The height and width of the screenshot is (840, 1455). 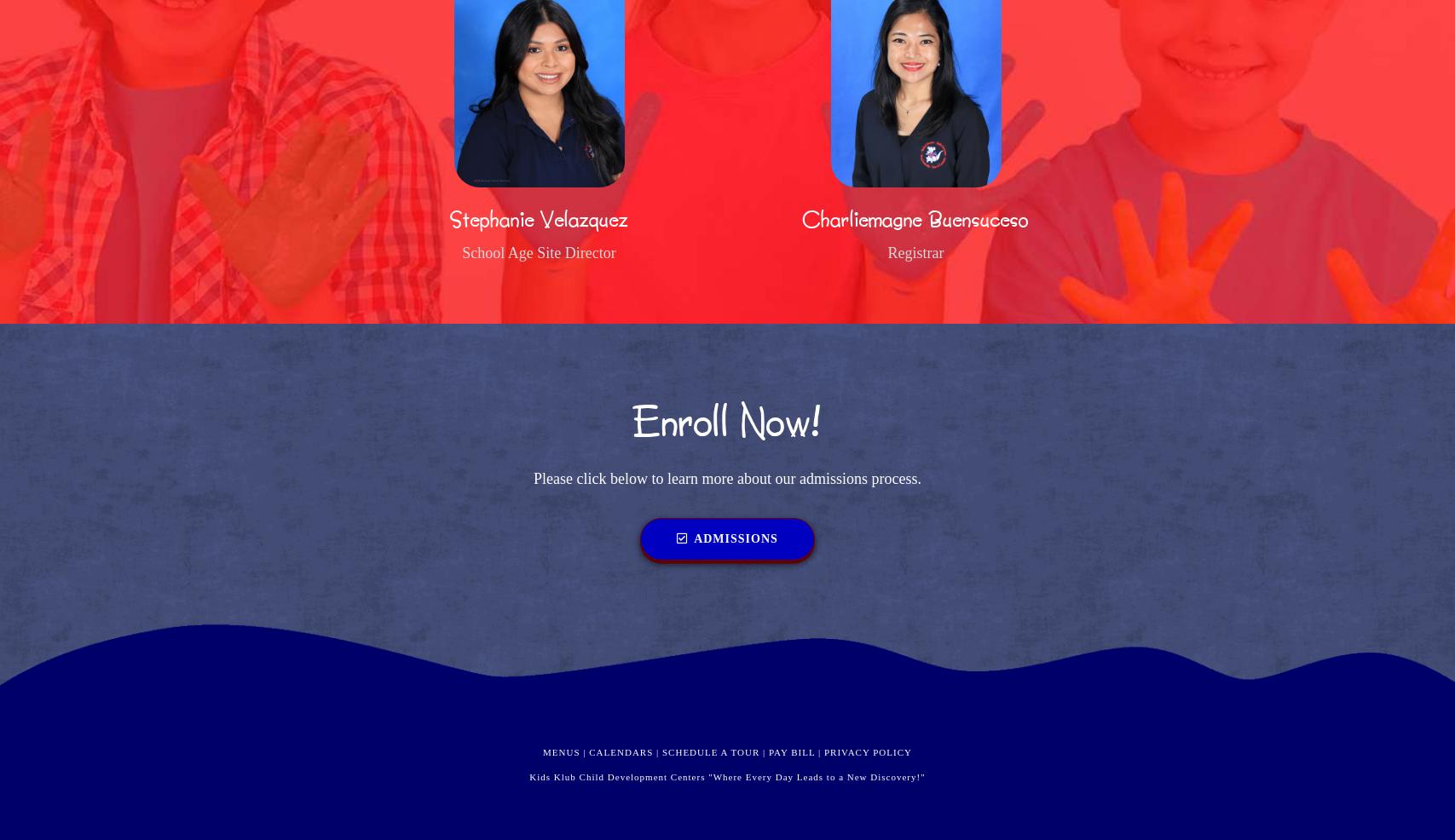 What do you see at coordinates (711, 750) in the screenshot?
I see `'SCHEDULE A TOUR'` at bounding box center [711, 750].